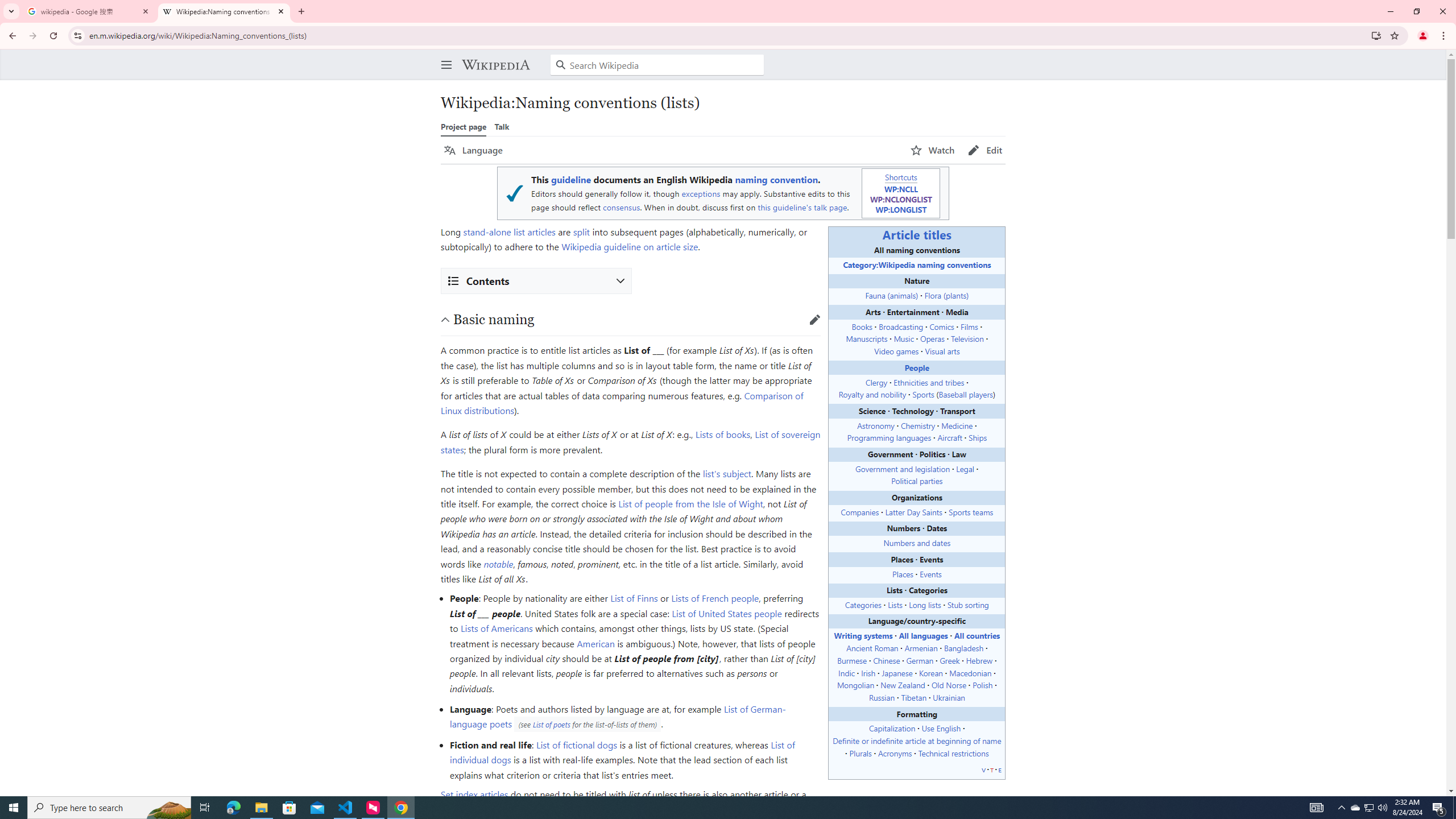 The image size is (1456, 819). What do you see at coordinates (901, 573) in the screenshot?
I see `'Places'` at bounding box center [901, 573].